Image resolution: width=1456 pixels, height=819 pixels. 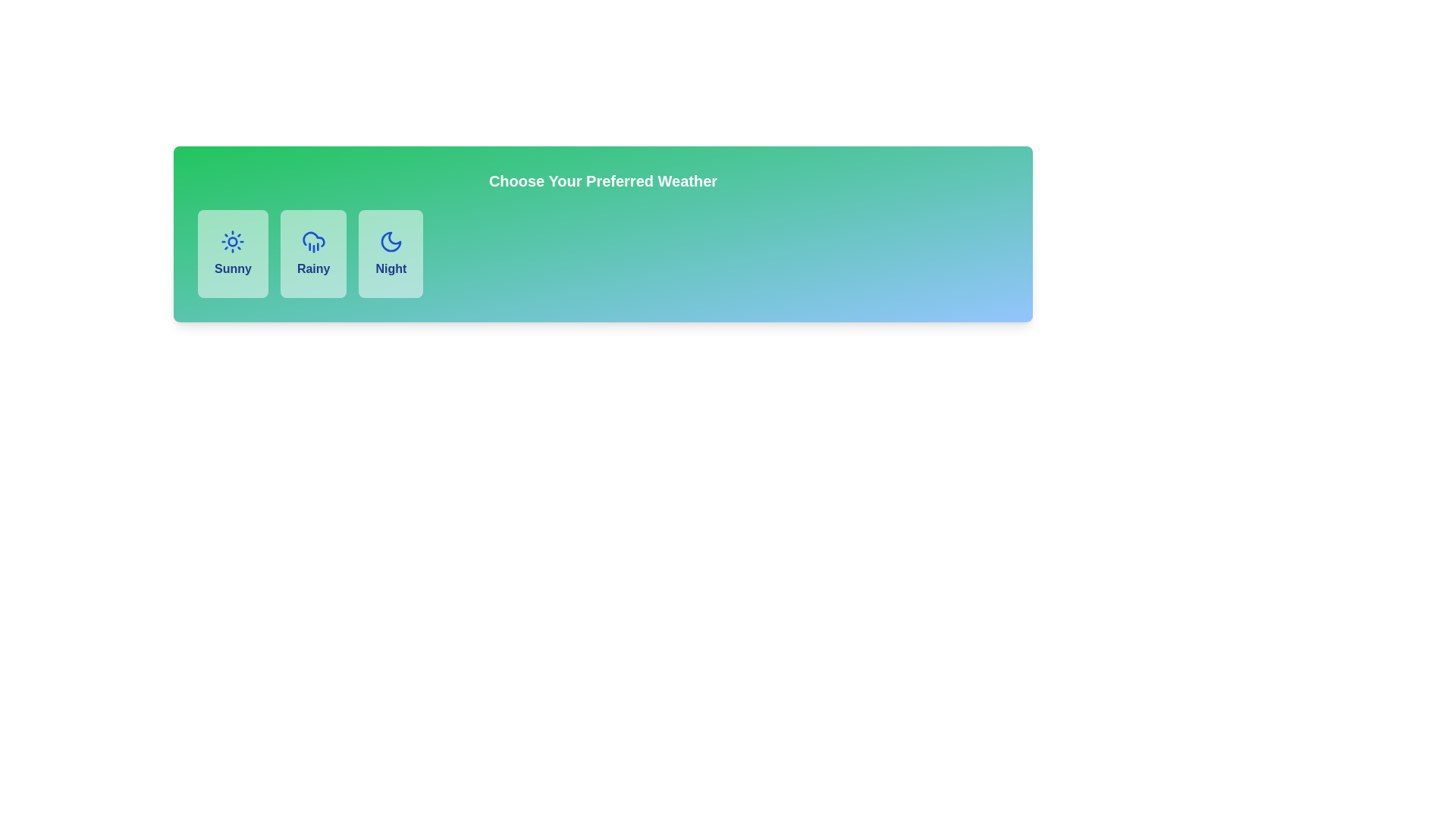 I want to click on the 'Rainy' button, so click(x=312, y=253).